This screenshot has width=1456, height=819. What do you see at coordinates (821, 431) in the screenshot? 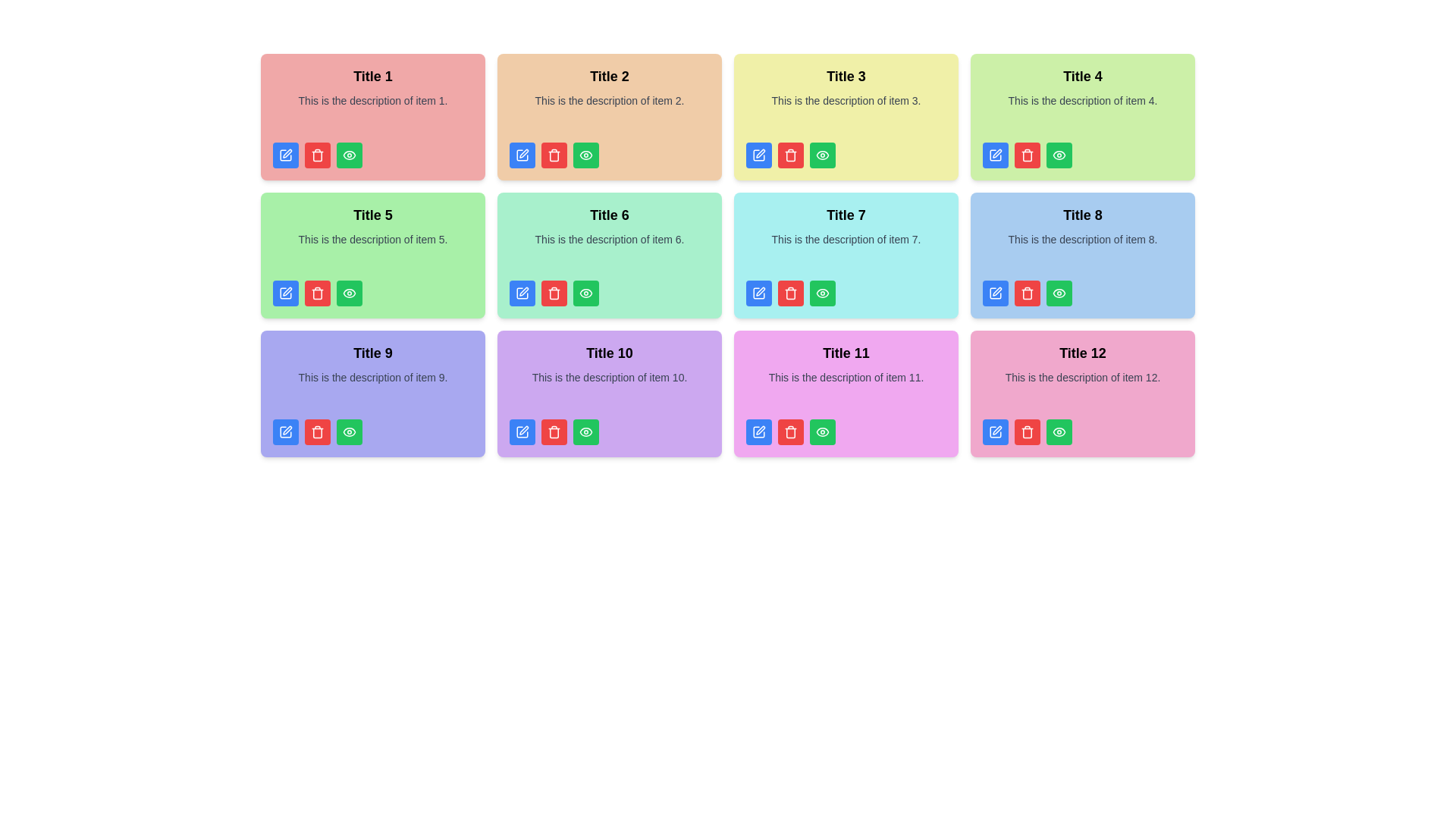
I see `the 'view' button located at the bottom of the card labeled 'Title 11', which is the third button from the left` at bounding box center [821, 431].